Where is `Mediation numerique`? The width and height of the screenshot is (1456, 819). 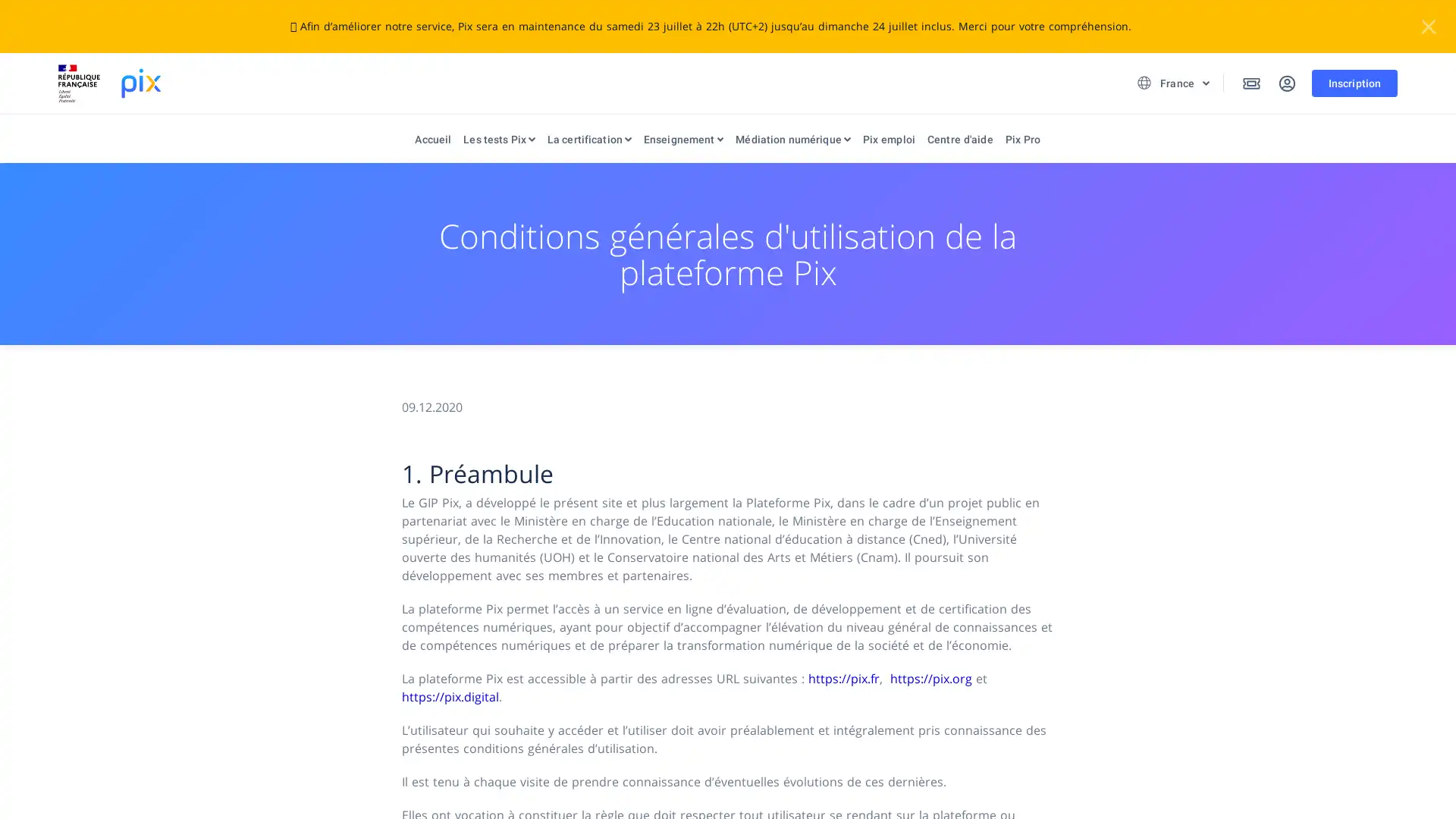
Mediation numerique is located at coordinates (792, 143).